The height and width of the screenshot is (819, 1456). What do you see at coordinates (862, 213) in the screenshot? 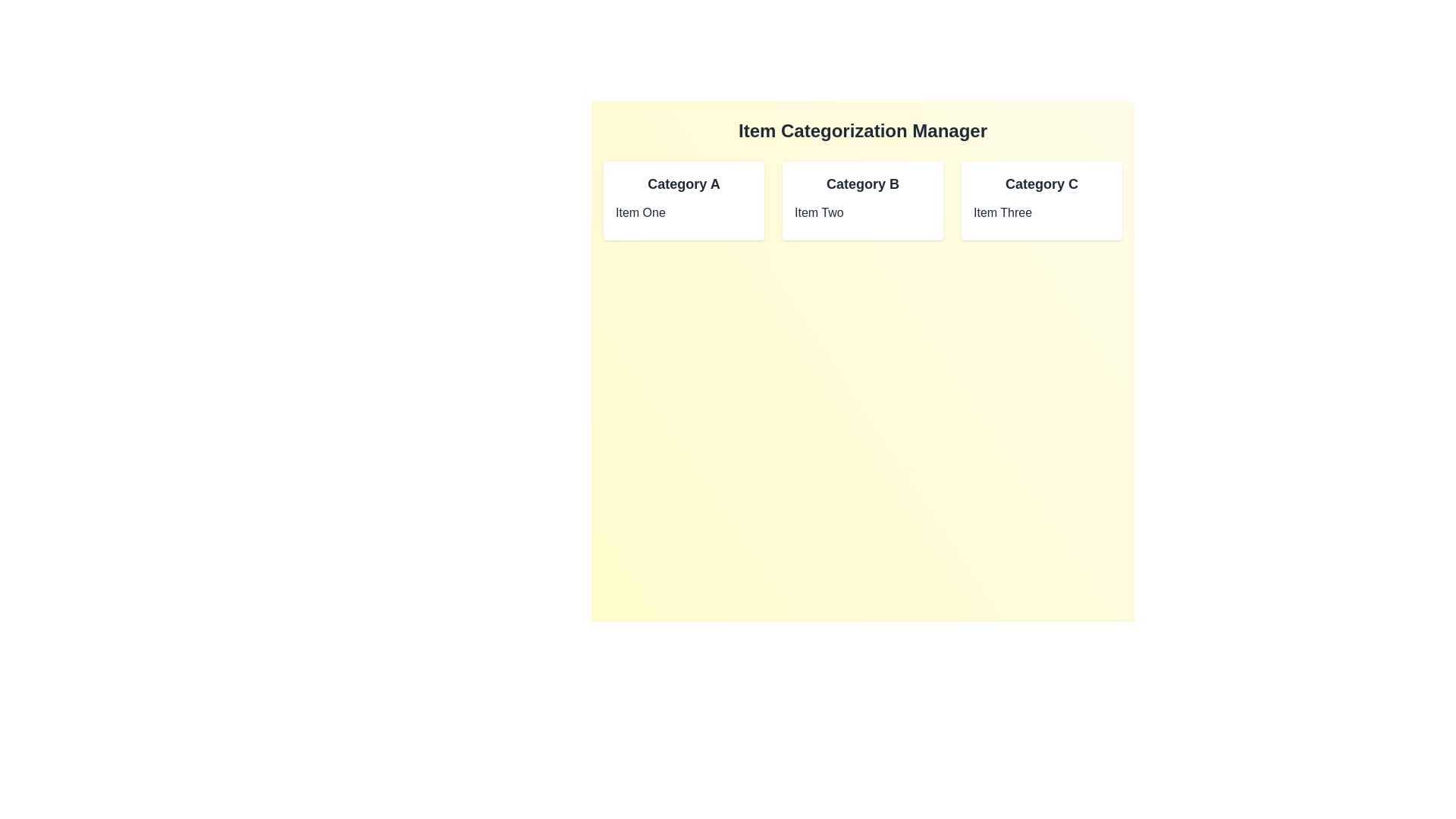
I see `the item Item Two to display its details` at bounding box center [862, 213].